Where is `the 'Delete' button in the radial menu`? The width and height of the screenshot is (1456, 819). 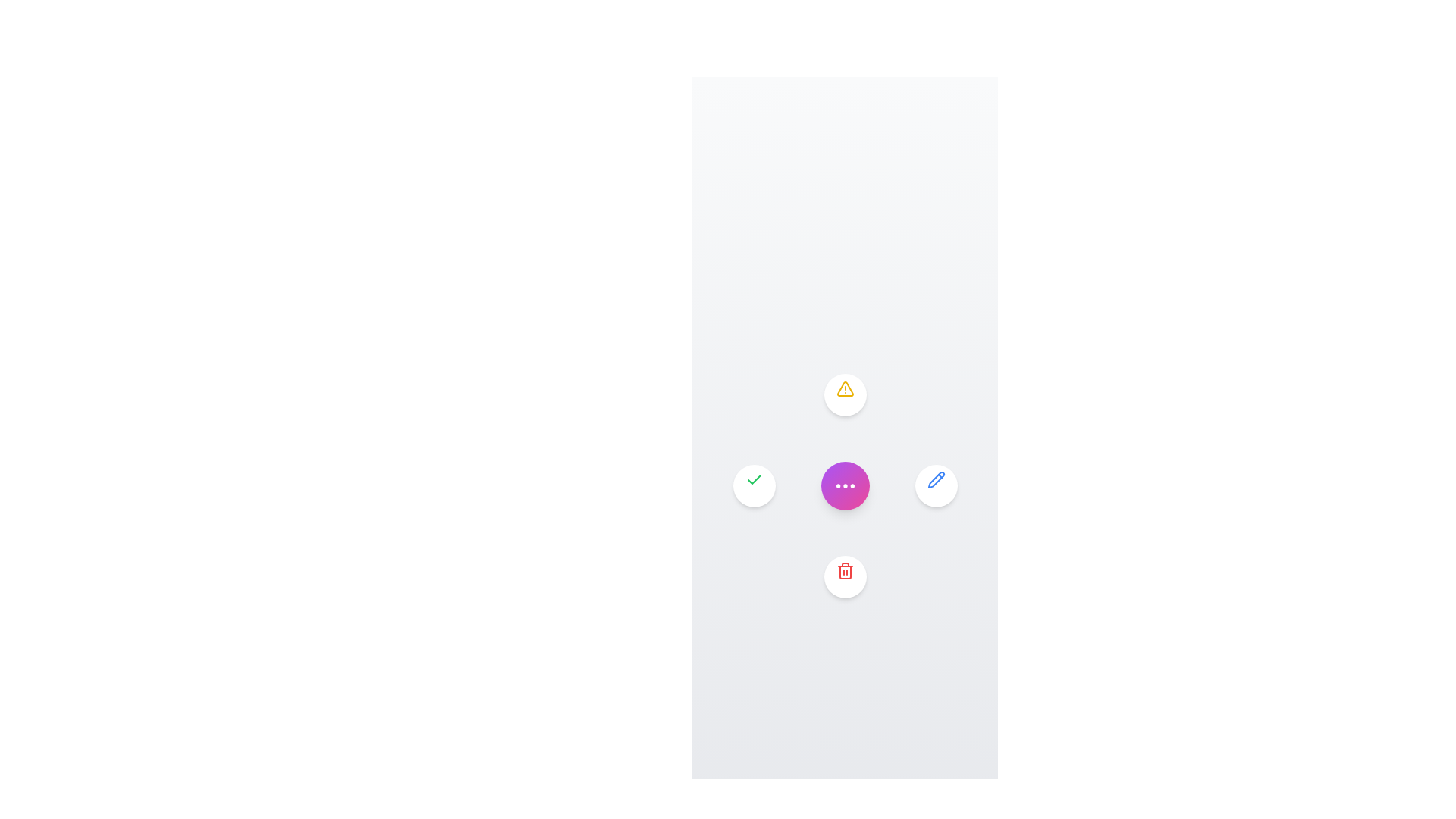
the 'Delete' button in the radial menu is located at coordinates (844, 576).